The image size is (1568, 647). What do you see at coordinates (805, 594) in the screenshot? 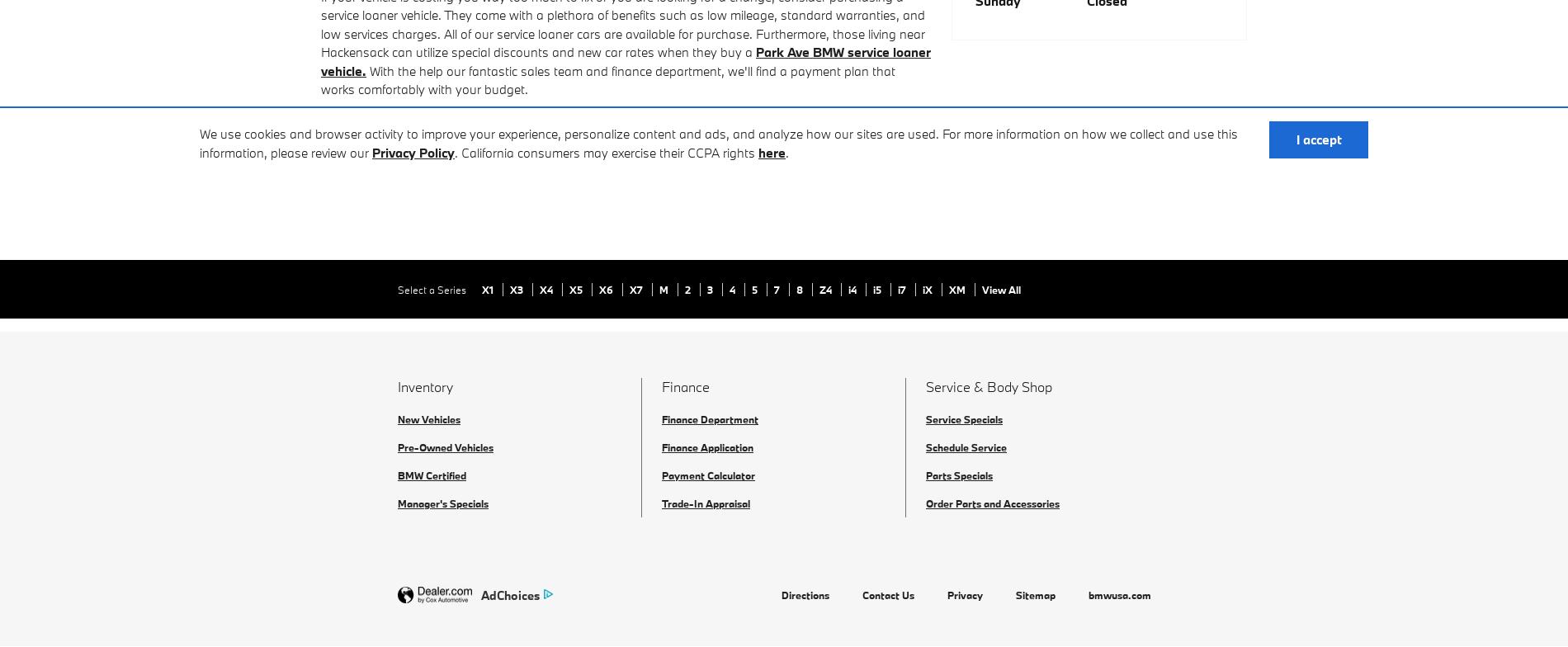
I see `'Directions'` at bounding box center [805, 594].